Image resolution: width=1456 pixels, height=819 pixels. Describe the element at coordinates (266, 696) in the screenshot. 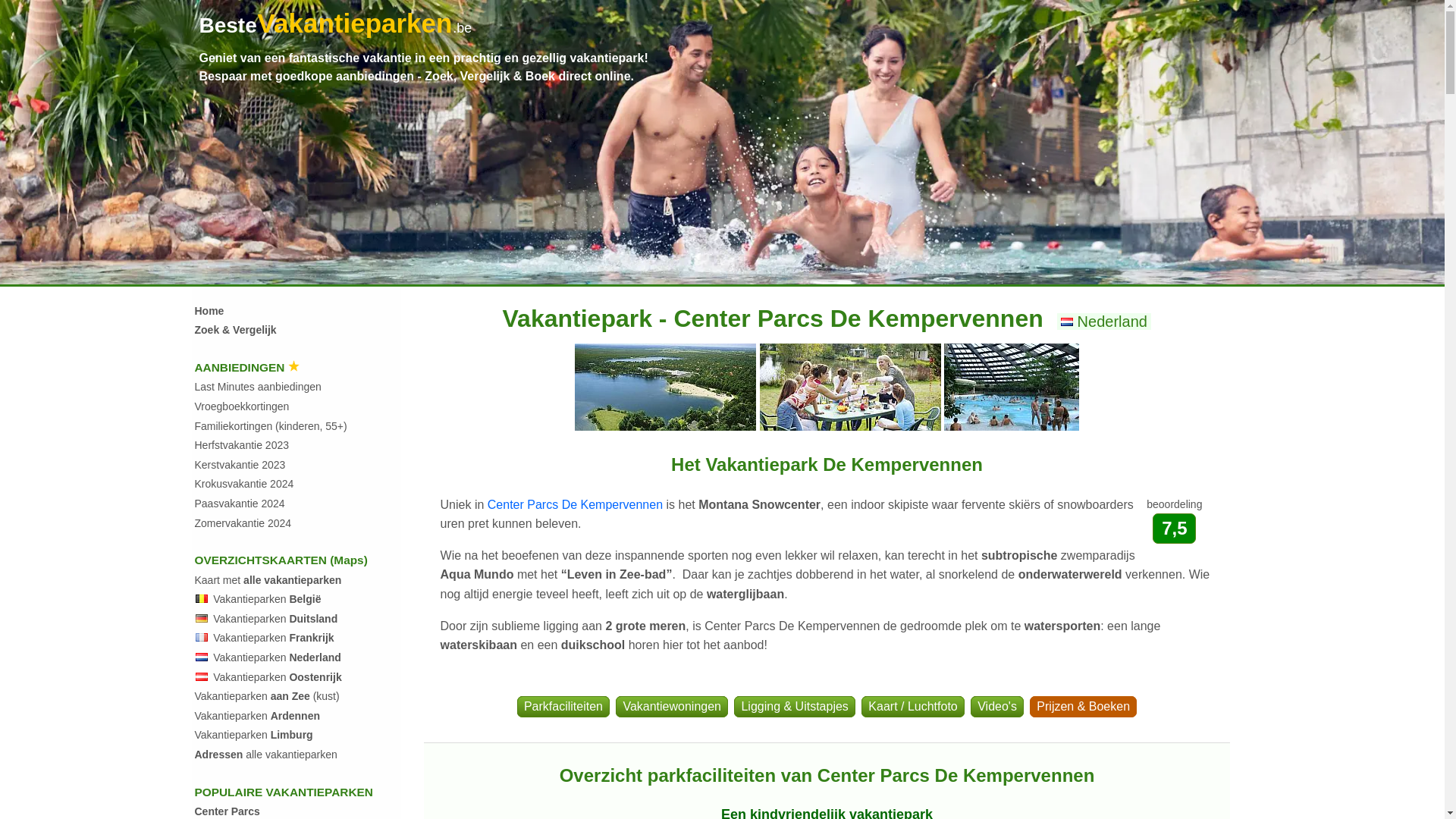

I see `'Vakantieparken aan Zee (kust)'` at that location.